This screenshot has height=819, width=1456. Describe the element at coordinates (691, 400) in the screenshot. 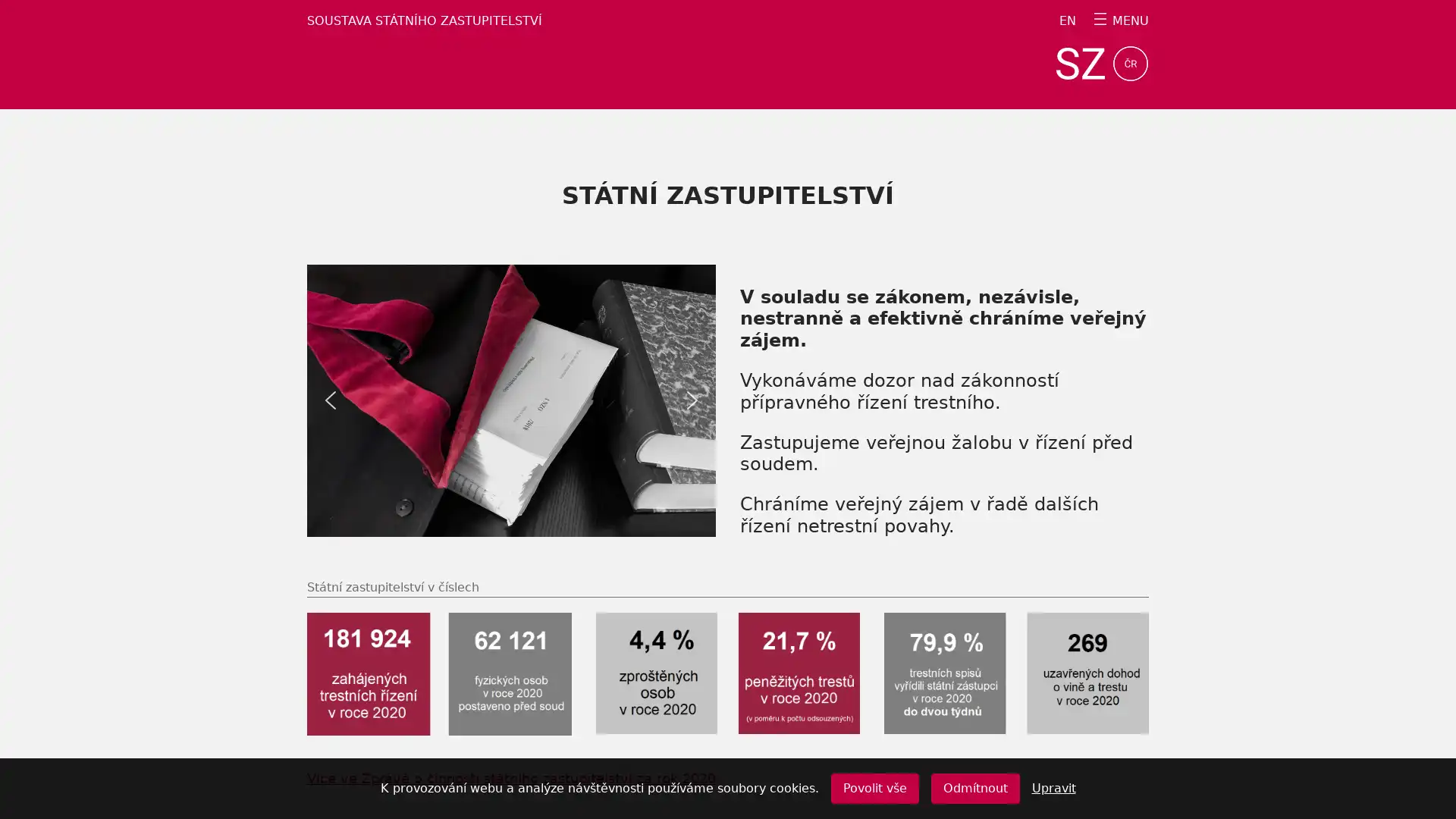

I see `next arrow` at that location.